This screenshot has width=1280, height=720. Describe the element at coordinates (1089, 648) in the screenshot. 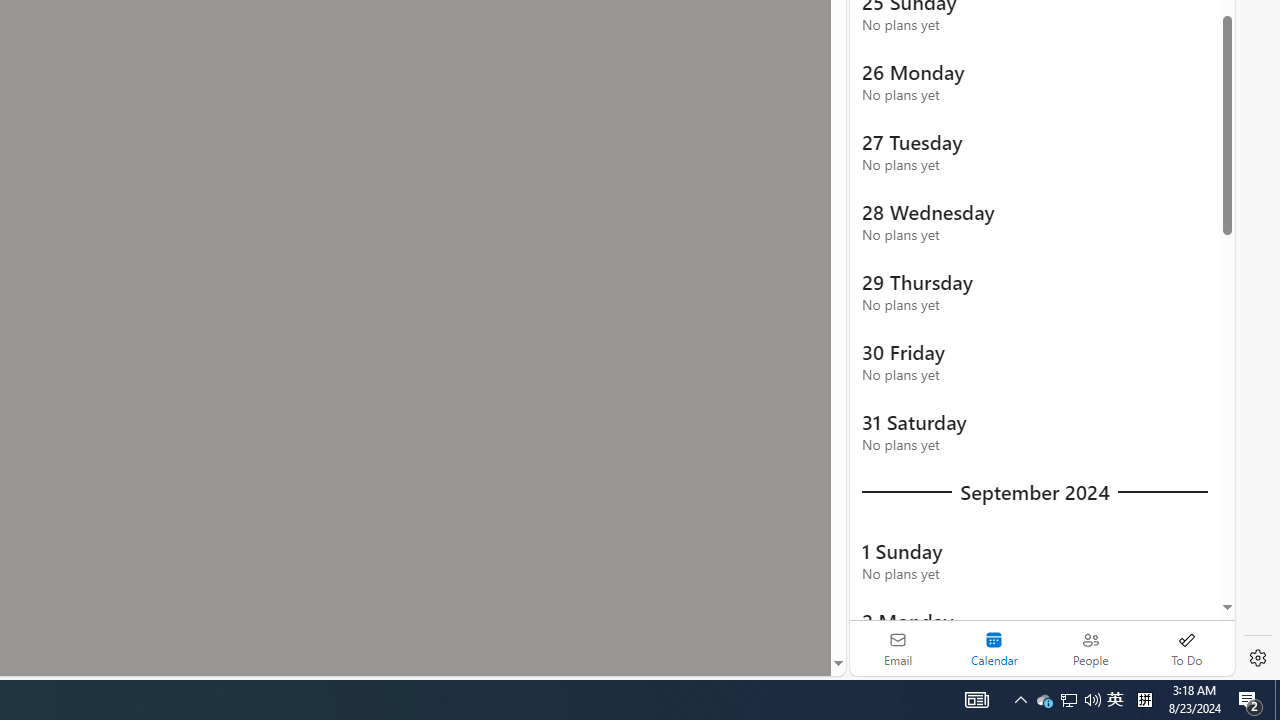

I see `'People'` at that location.